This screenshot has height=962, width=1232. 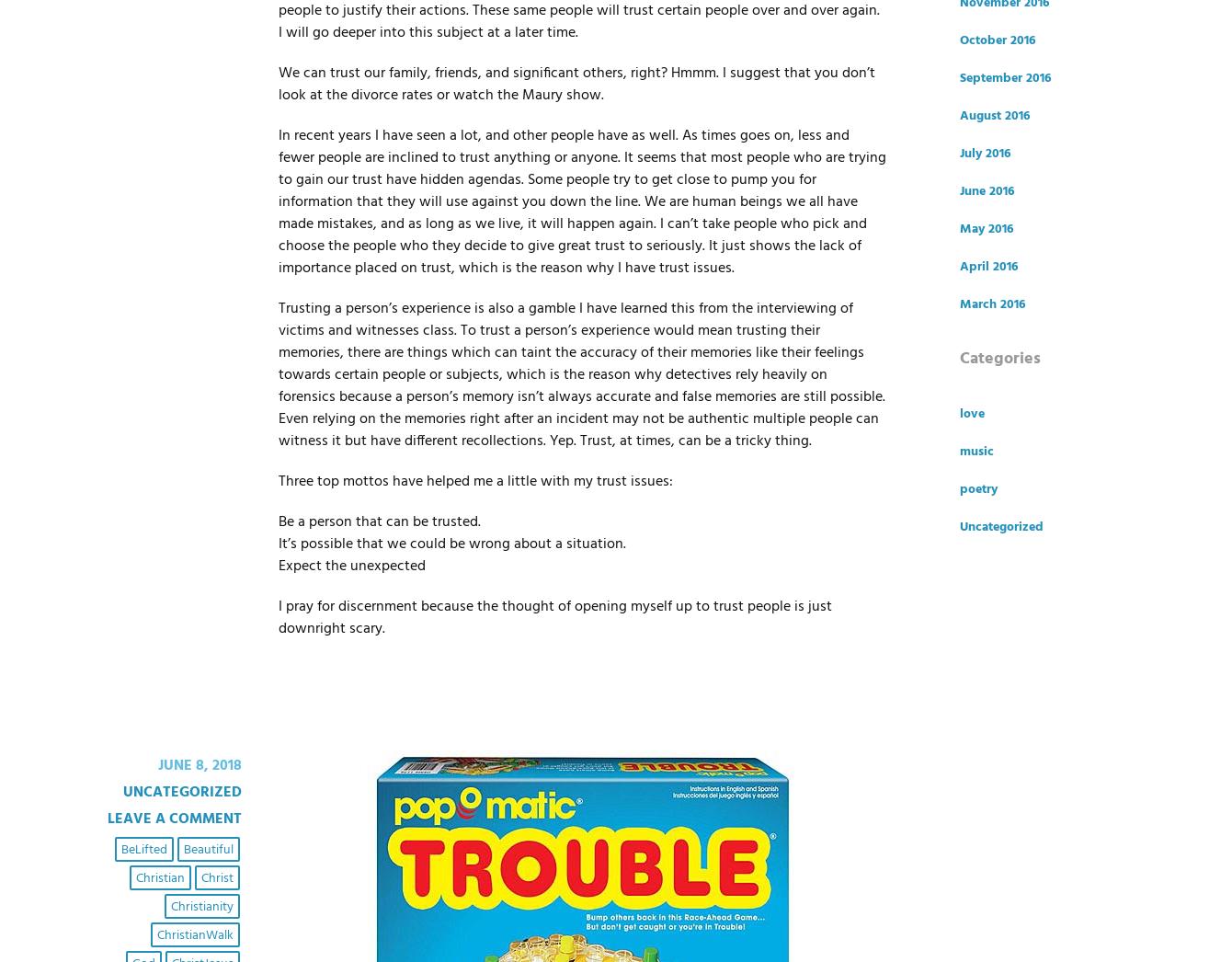 I want to click on 'Trusting a person’s experience is also a gamble I have learned this from the interviewing of victims and witnesses class. To trust a person’s experience would mean trusting their memories, there are things which can taint the accuracy of their memories like their feelings towards certain people or subjects, which is the reason why detectives rely heavily on forensics because a person’s memory isn’t always accurate and false memories are still possible. Even relying on the memories right after an incident may not be authentic multiple people can witness it but have different recollections. Yep. Trust, at times, can be a tricky thing.', so click(x=579, y=373).